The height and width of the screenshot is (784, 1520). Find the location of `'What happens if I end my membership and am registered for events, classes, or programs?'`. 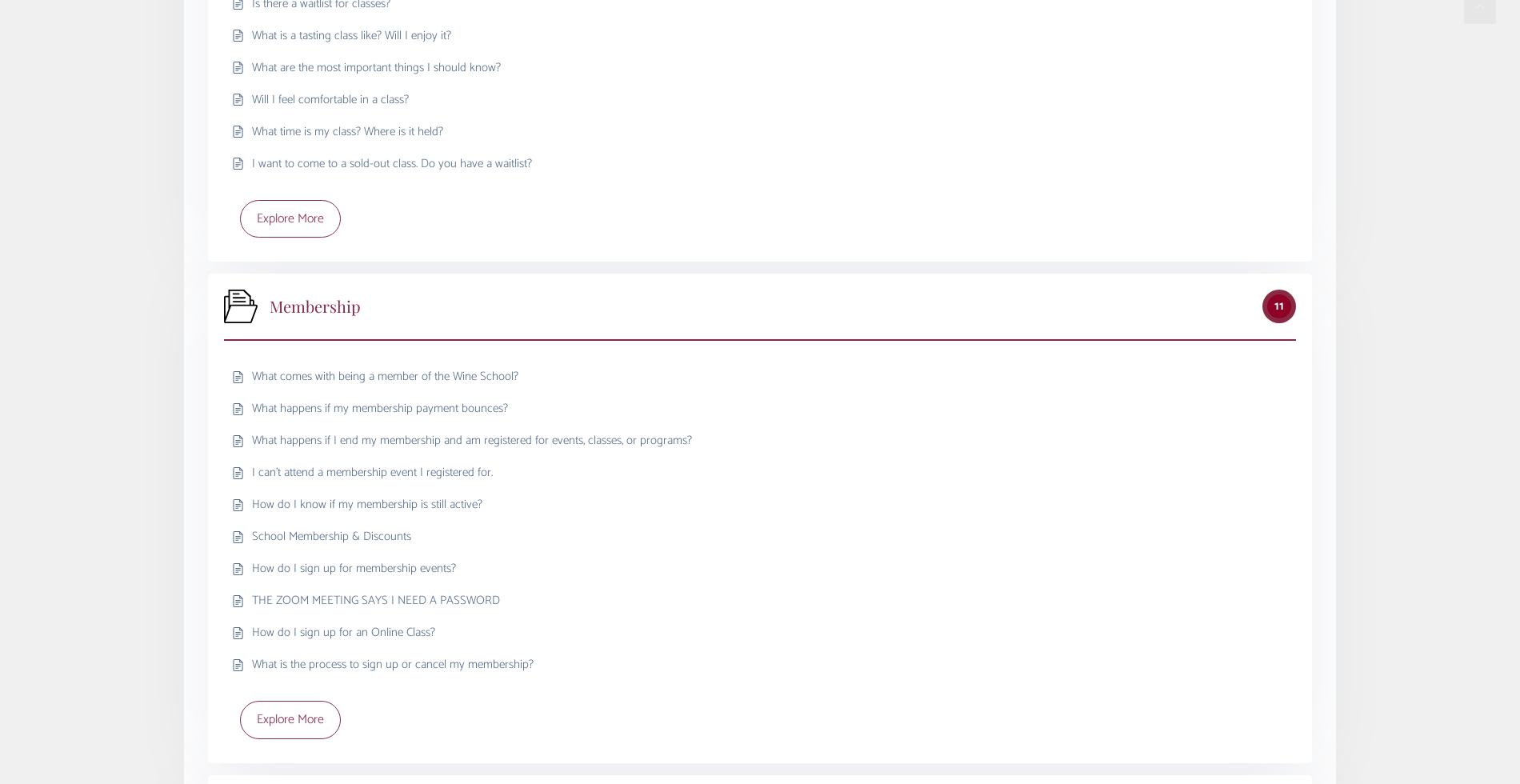

'What happens if I end my membership and am registered for events, classes, or programs?' is located at coordinates (471, 440).